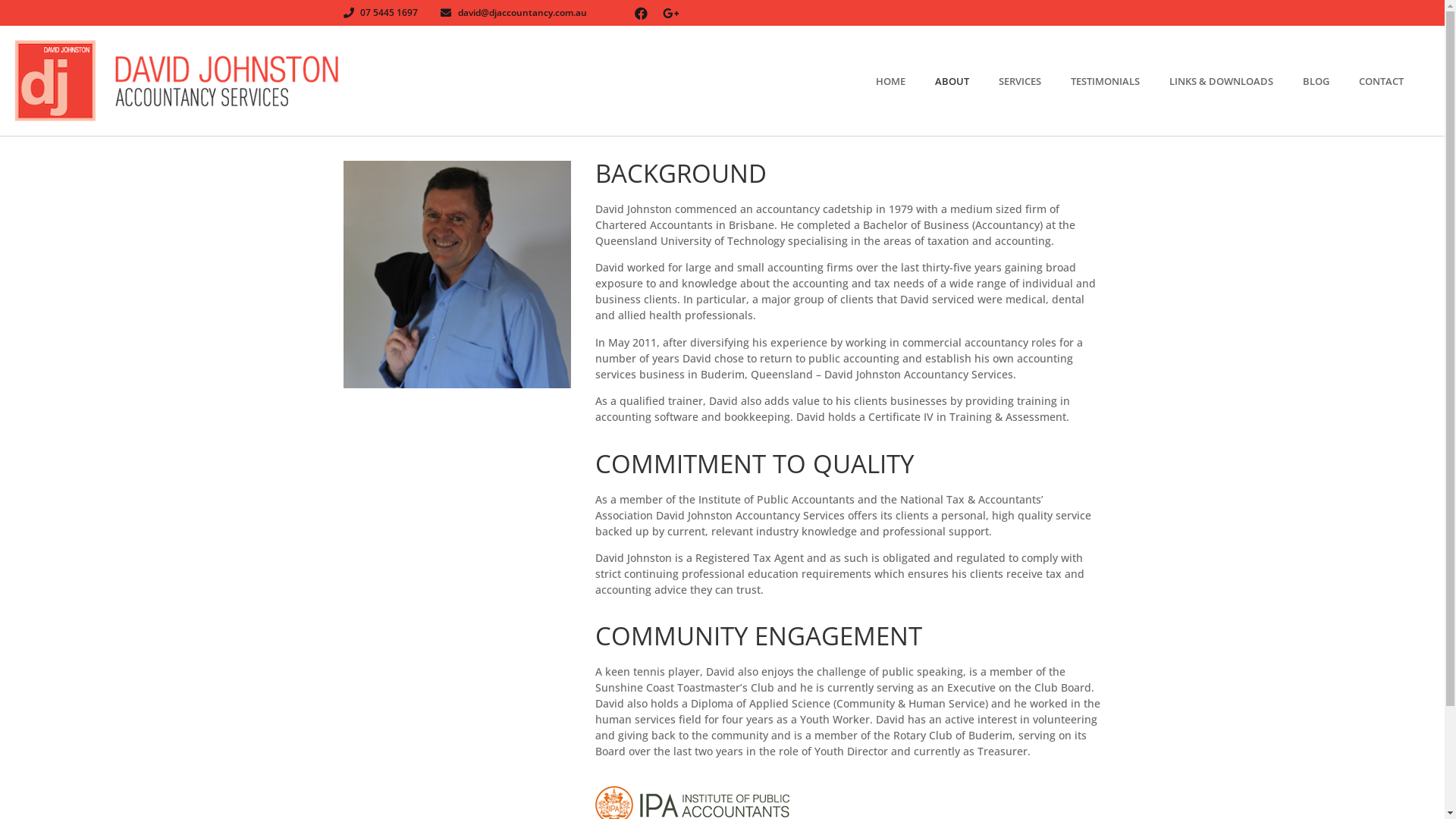 The height and width of the screenshot is (819, 1456). Describe the element at coordinates (1120, 81) in the screenshot. I see `'TESTIMONIALS'` at that location.